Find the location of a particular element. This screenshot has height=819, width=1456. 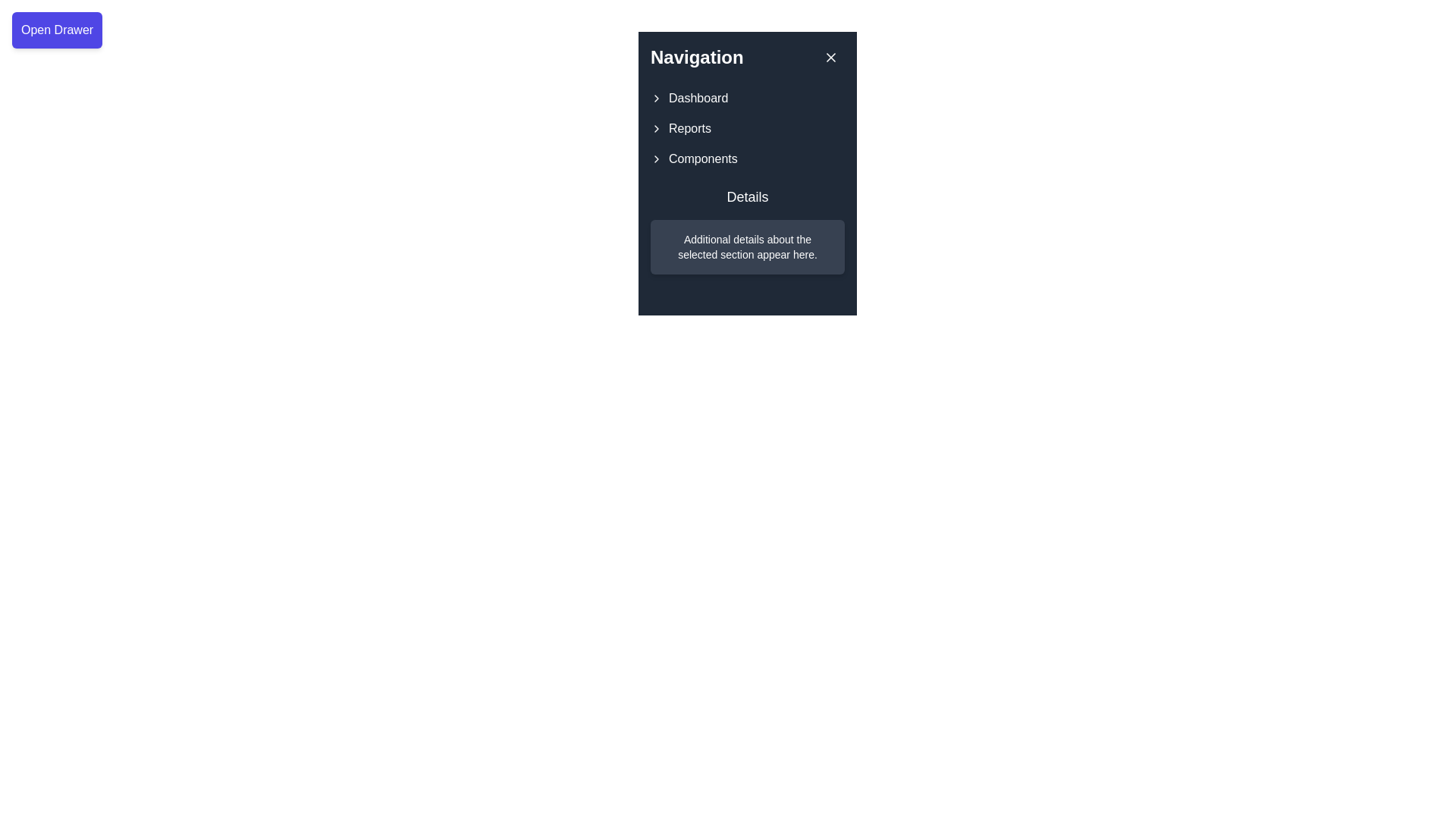

the 'Reports' menu item, which is the second item in the navigation menu is located at coordinates (747, 127).